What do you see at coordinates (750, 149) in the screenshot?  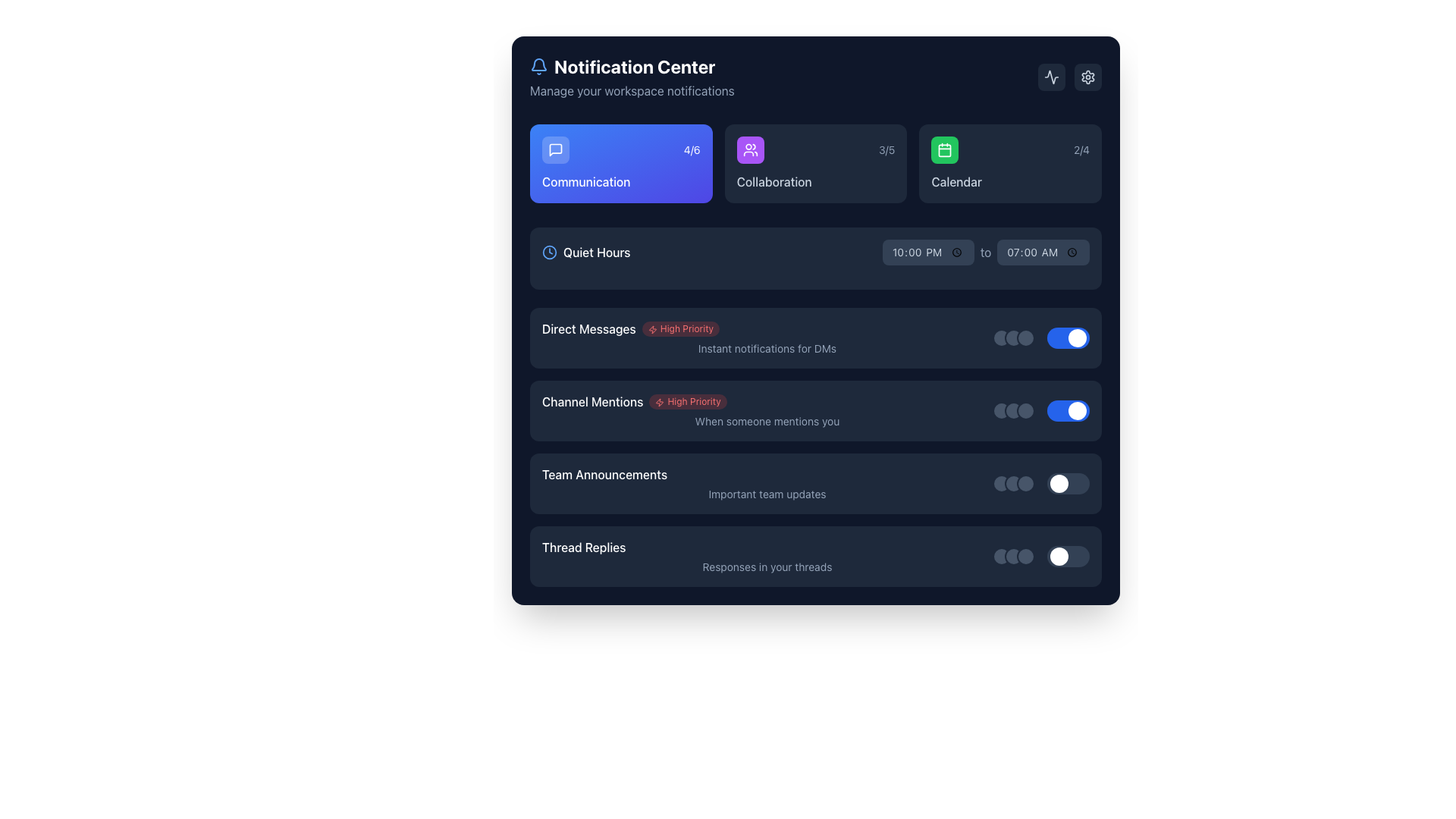 I see `the collaboration icon located in the top section of the interface within the 'Collaboration' card, which is the second card in a horizontal row of three cards` at bounding box center [750, 149].